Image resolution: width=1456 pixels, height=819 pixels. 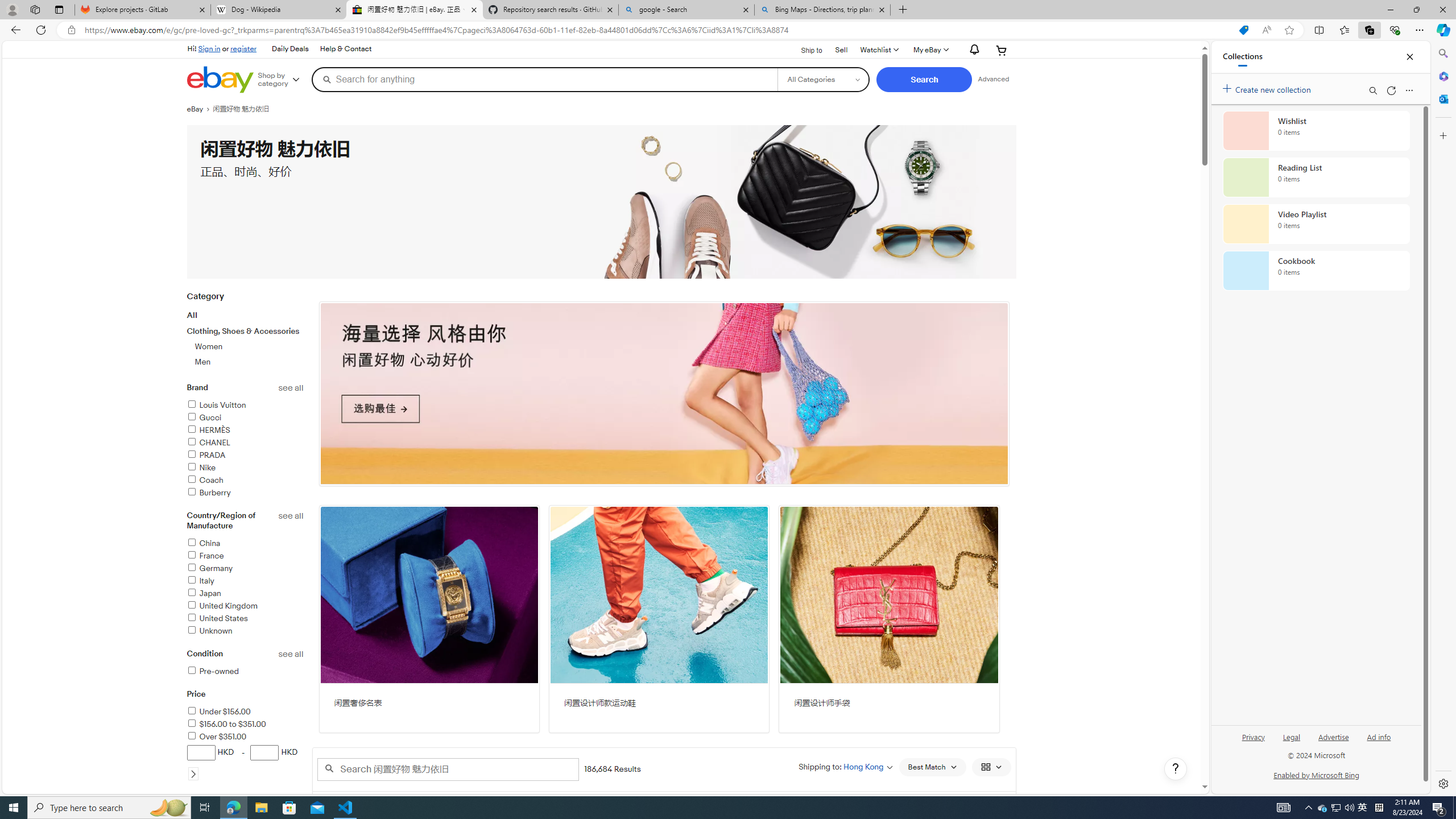 I want to click on '$156.00 to $351.00', so click(x=245, y=725).